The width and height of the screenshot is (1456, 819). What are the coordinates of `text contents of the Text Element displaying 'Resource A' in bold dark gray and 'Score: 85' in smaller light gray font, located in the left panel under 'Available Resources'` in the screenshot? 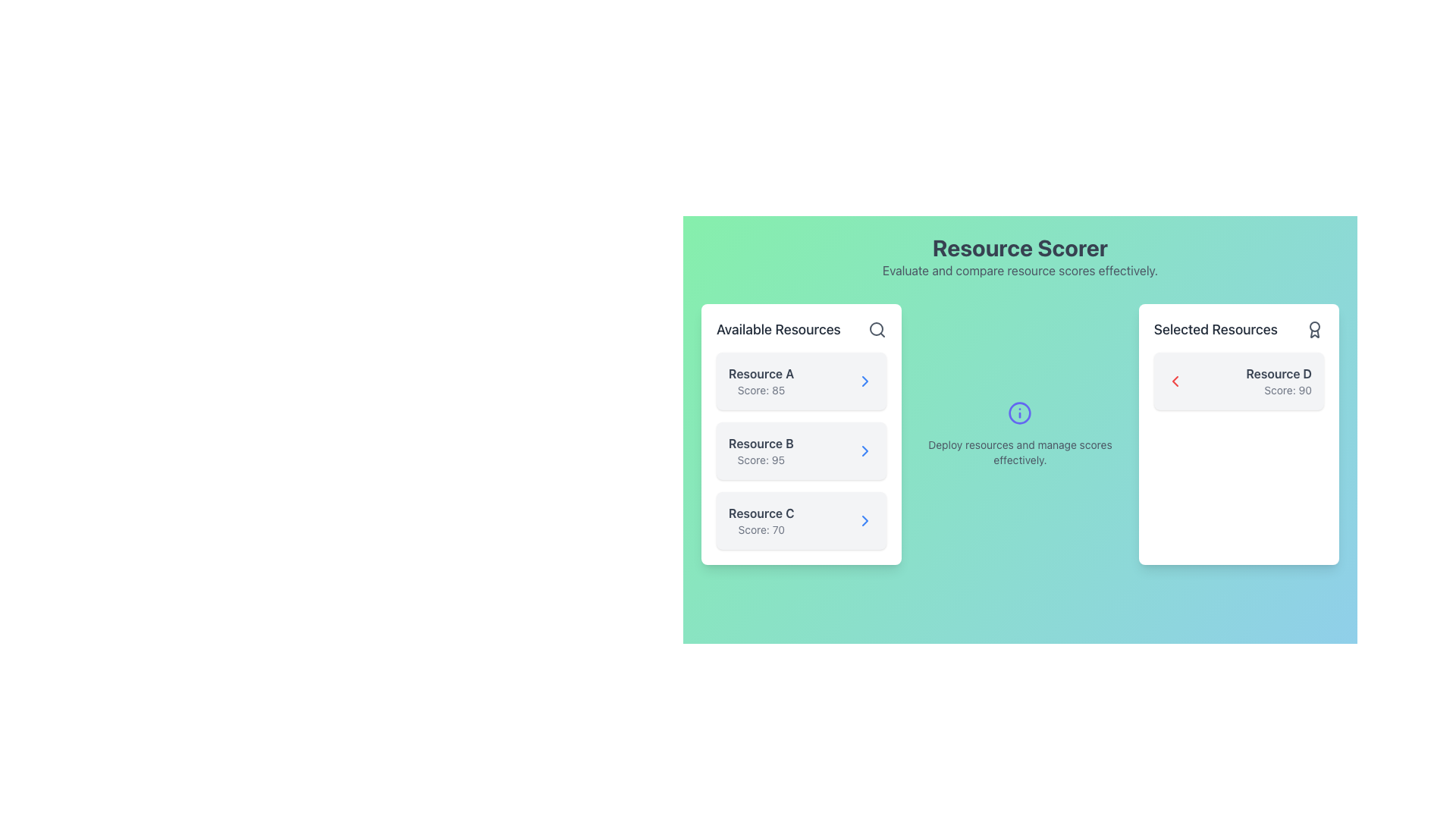 It's located at (761, 380).